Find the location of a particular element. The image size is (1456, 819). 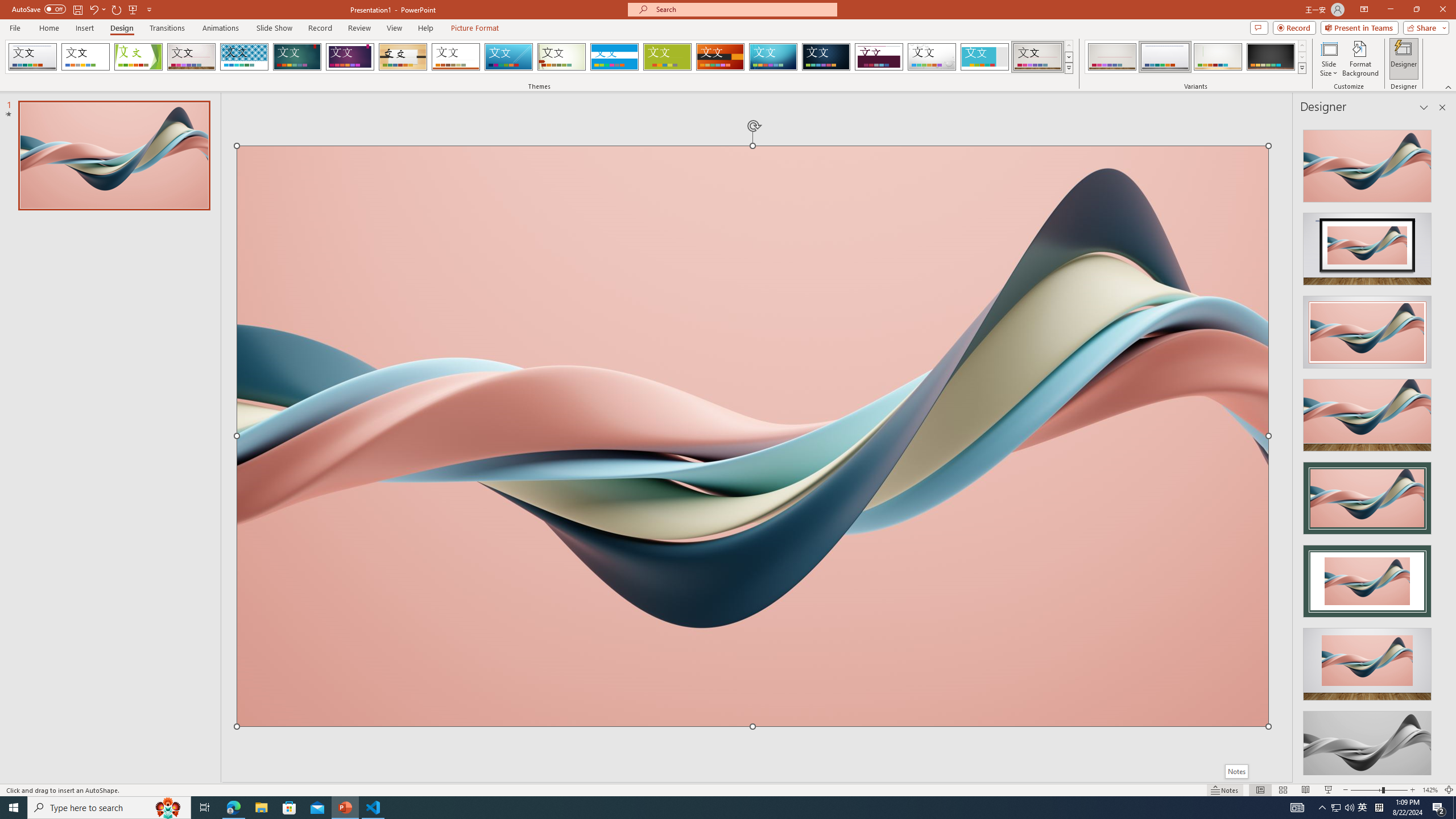

'Facet' is located at coordinates (138, 56).